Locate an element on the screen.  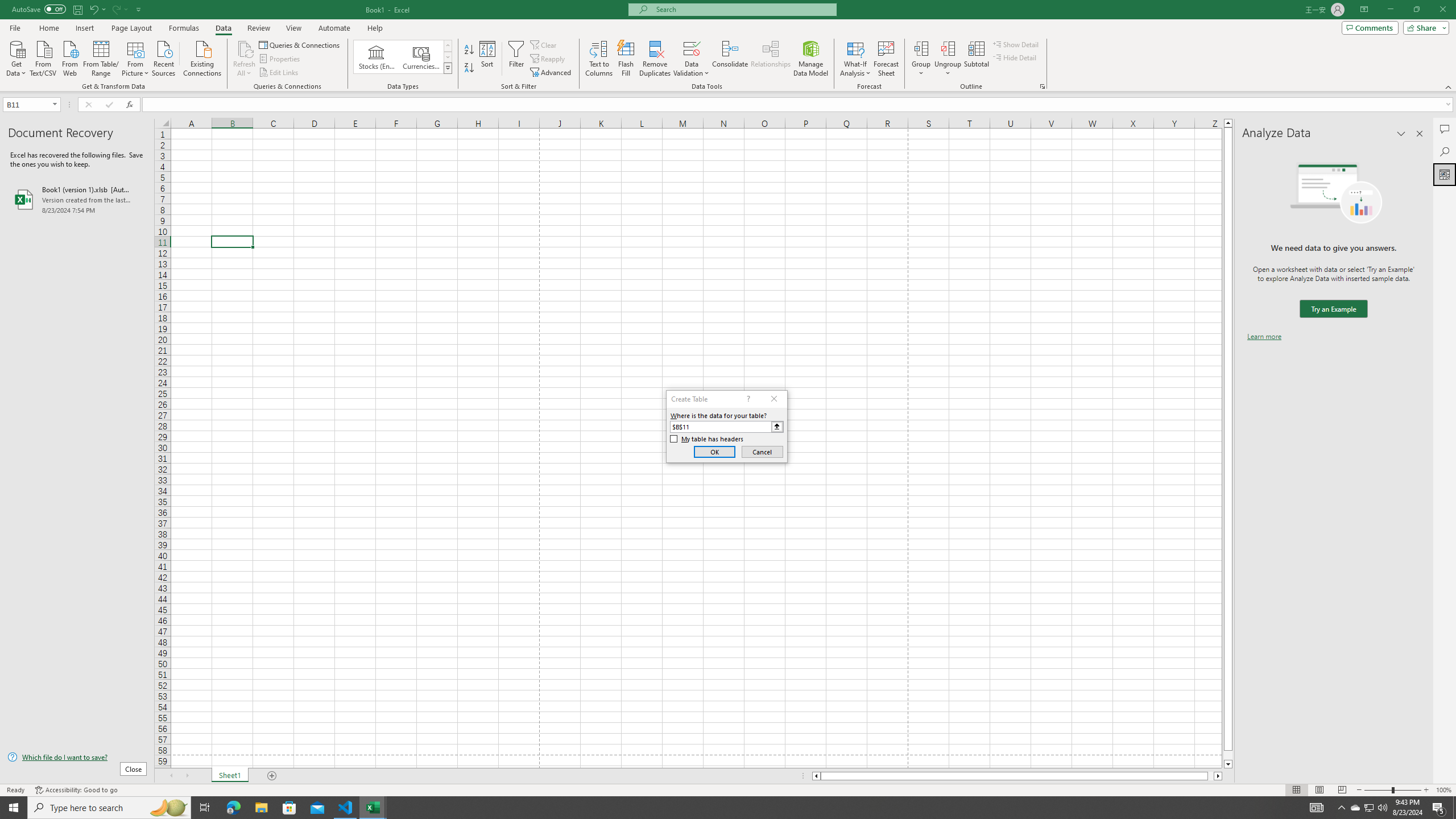
'From Table/Range' is located at coordinates (100, 57).